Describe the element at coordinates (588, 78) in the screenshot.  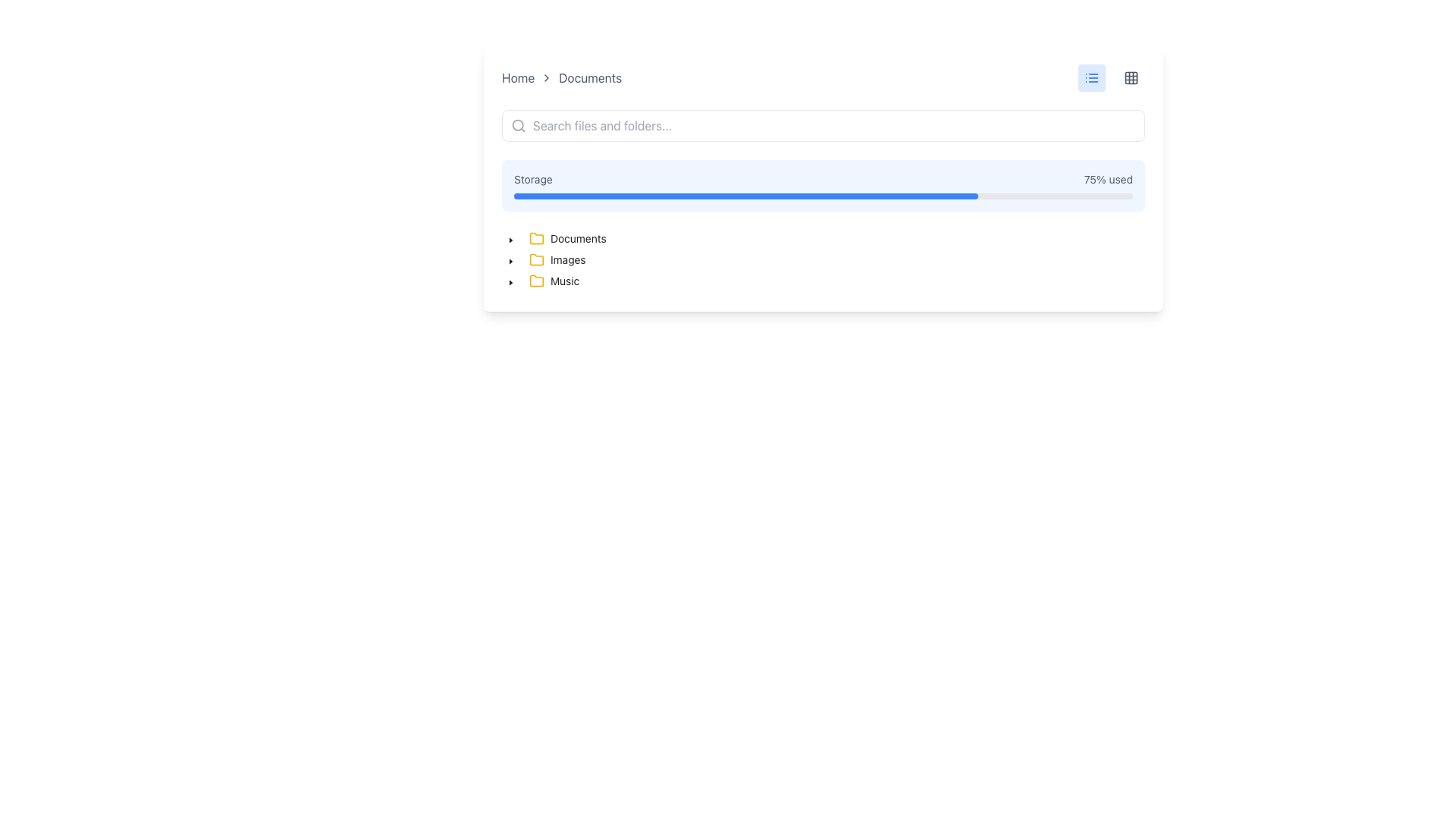
I see `the 'Documents' text in the breadcrumb navigation` at that location.